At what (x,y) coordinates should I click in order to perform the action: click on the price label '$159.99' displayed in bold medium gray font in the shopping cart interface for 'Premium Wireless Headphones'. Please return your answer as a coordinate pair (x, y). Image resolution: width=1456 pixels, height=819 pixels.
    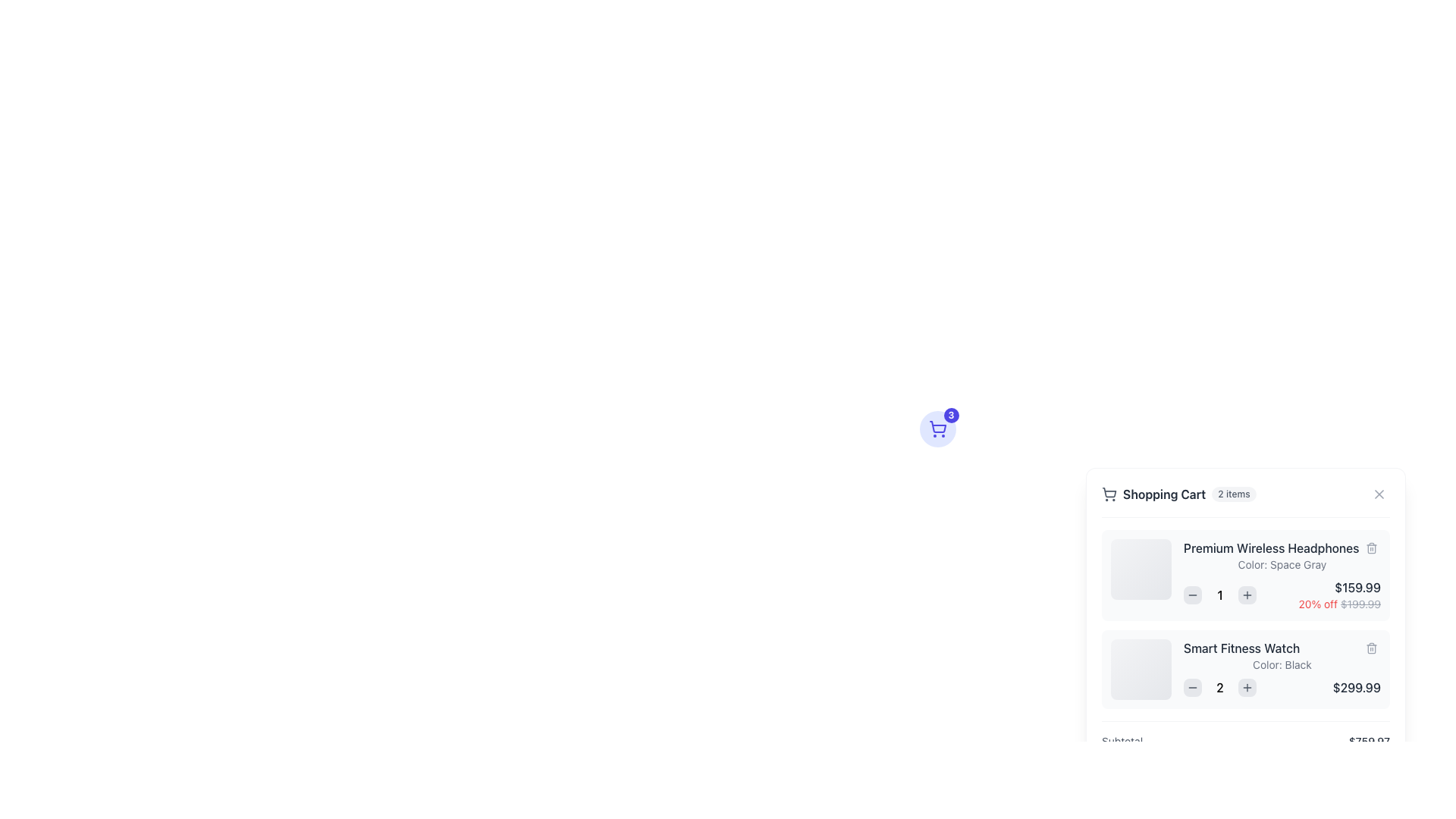
    Looking at the image, I should click on (1339, 587).